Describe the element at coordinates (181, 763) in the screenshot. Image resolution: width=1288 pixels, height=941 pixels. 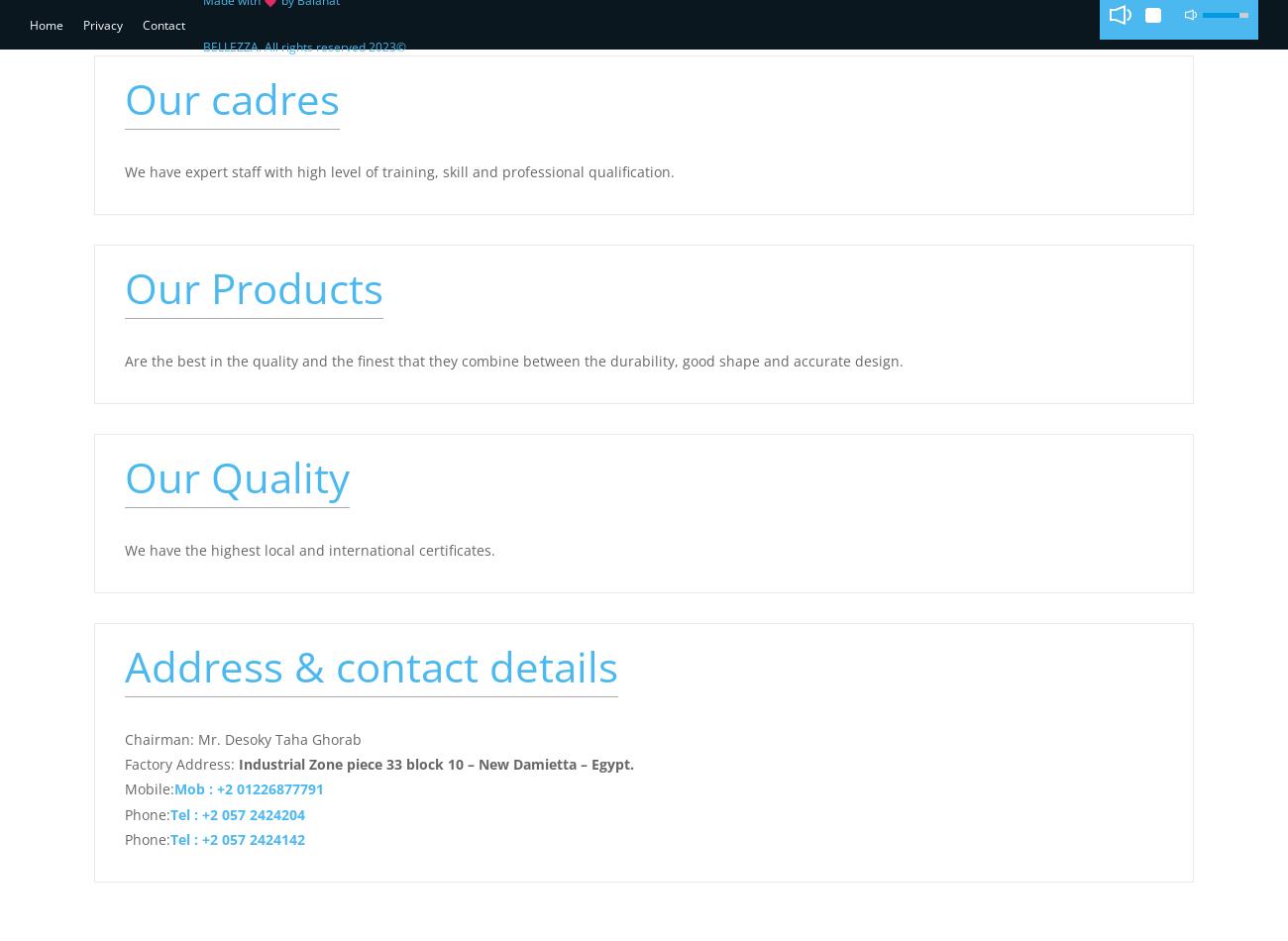
I see `'Factory Address:'` at that location.